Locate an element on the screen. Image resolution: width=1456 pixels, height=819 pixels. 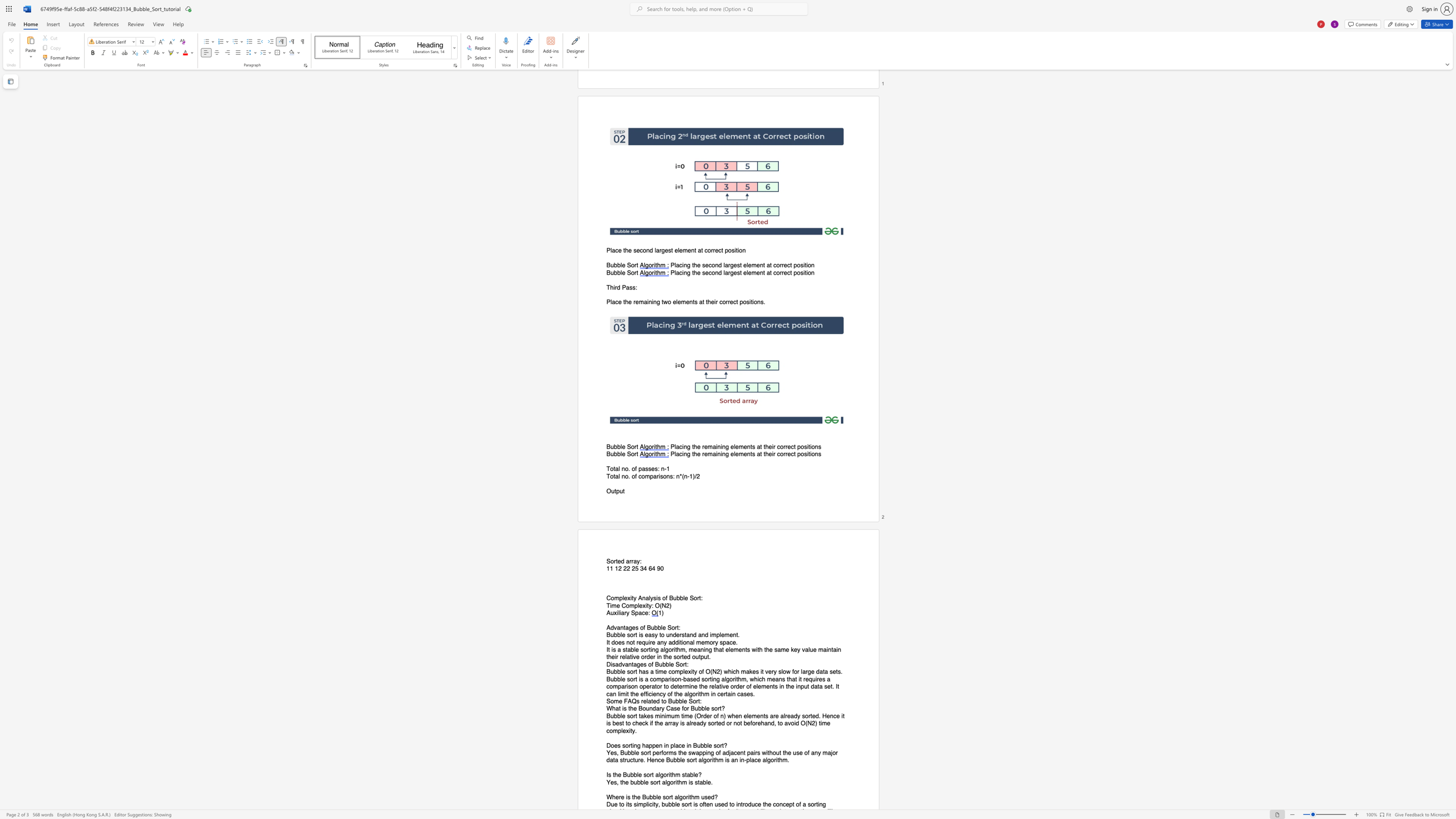
the 2th character "i" in the text is located at coordinates (656, 598).